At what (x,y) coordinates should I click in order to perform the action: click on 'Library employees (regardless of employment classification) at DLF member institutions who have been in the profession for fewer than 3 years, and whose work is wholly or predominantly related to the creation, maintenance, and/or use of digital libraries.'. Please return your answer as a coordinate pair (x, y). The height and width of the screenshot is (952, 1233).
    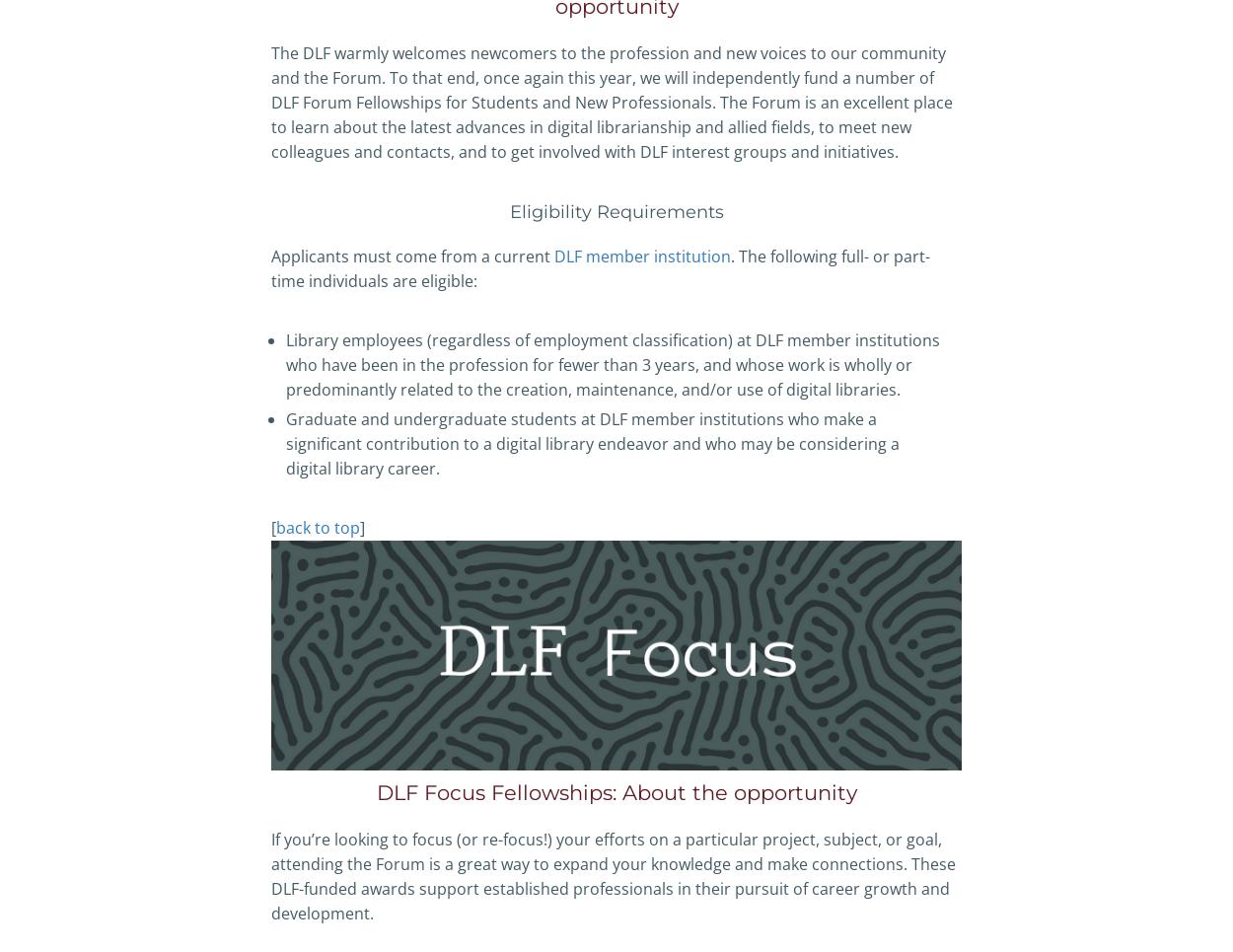
    Looking at the image, I should click on (286, 364).